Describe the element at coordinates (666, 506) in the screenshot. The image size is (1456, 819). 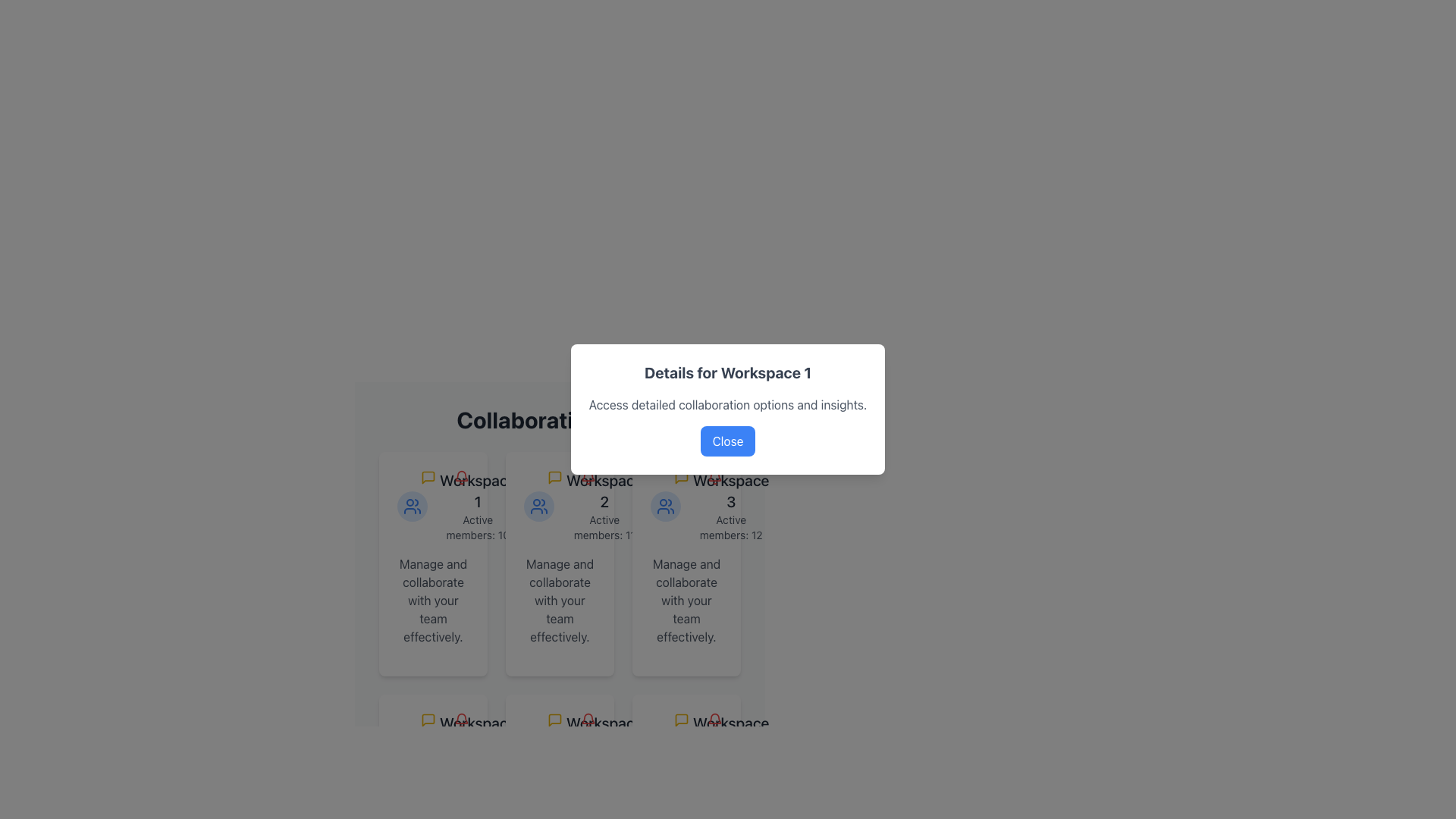
I see `the icon with a circular button background representing members of the workspace, located in the 'Workspace 3' card, to the left of the text 'Active members: 12'` at that location.